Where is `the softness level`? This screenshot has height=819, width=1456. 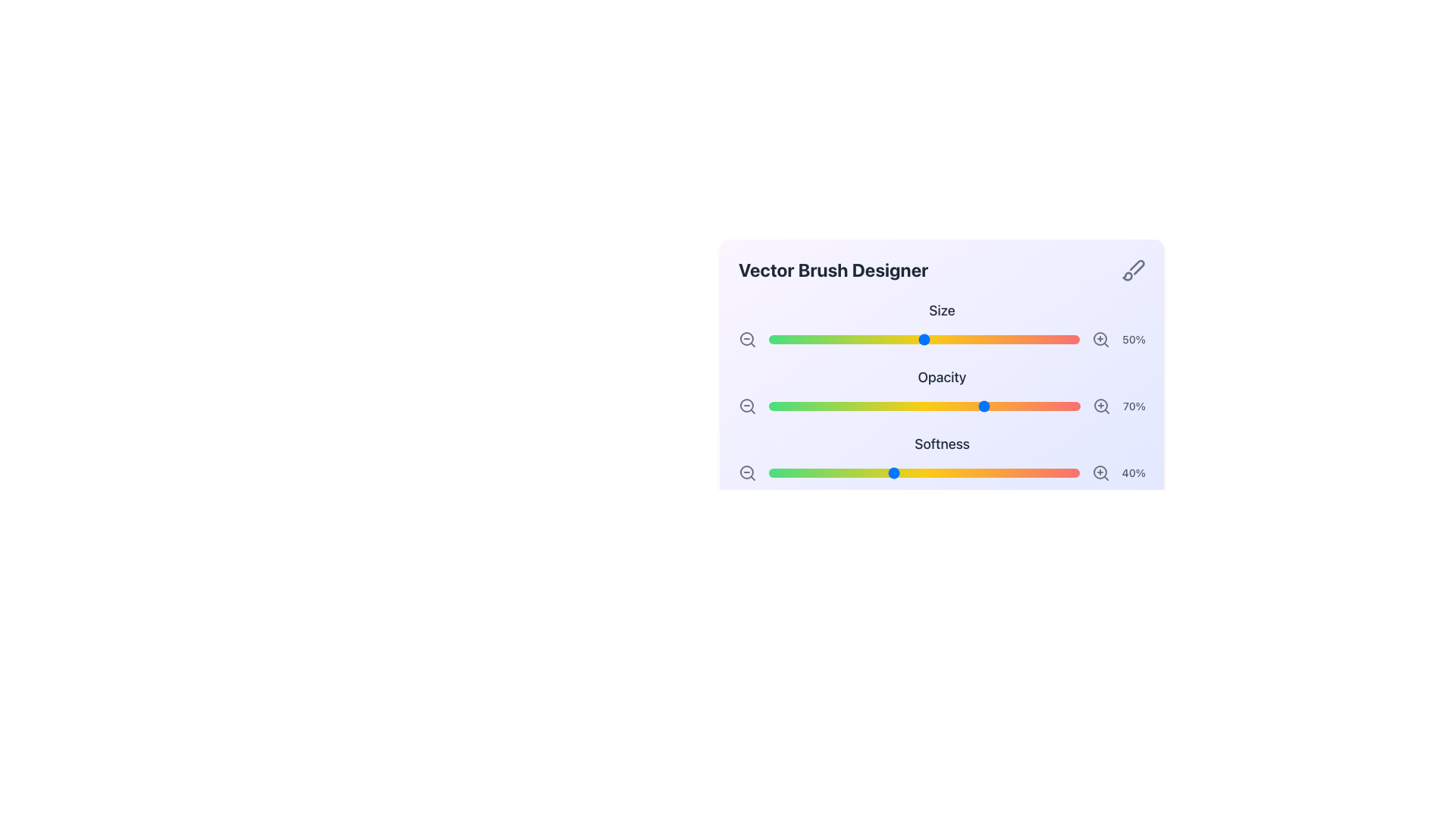
the softness level is located at coordinates (1050, 472).